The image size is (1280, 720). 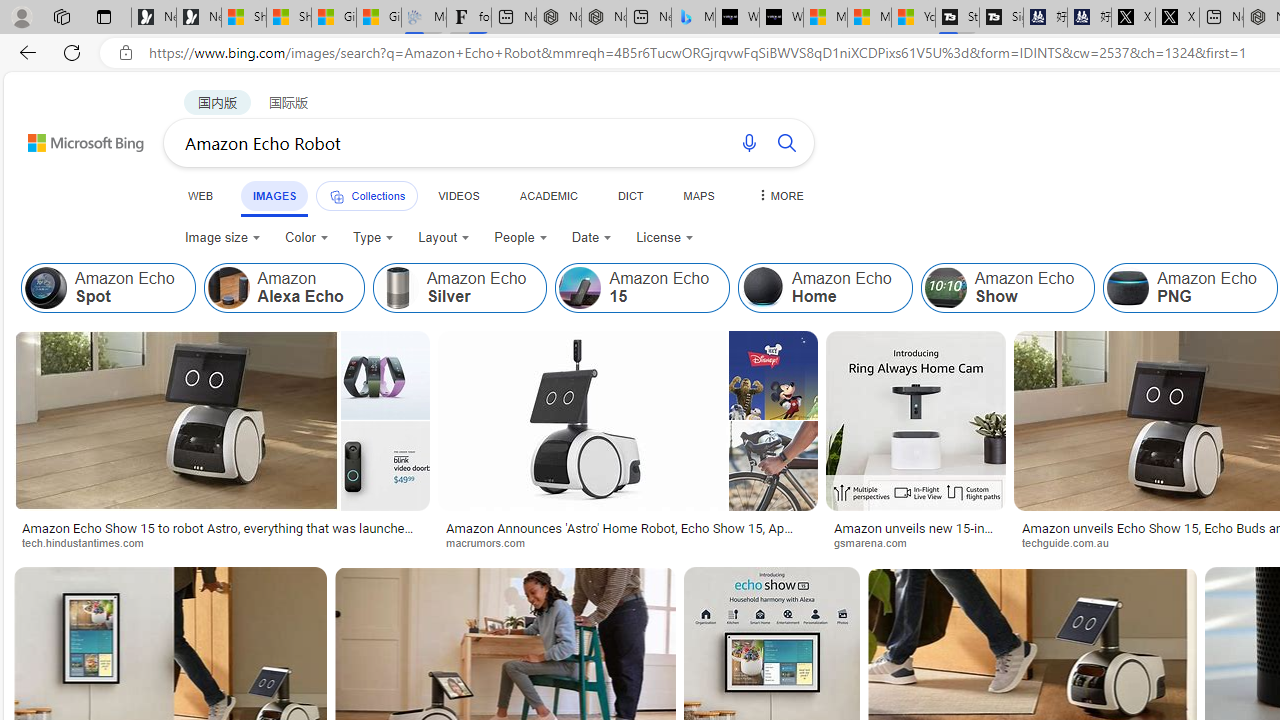 I want to click on 'X', so click(x=1177, y=17).